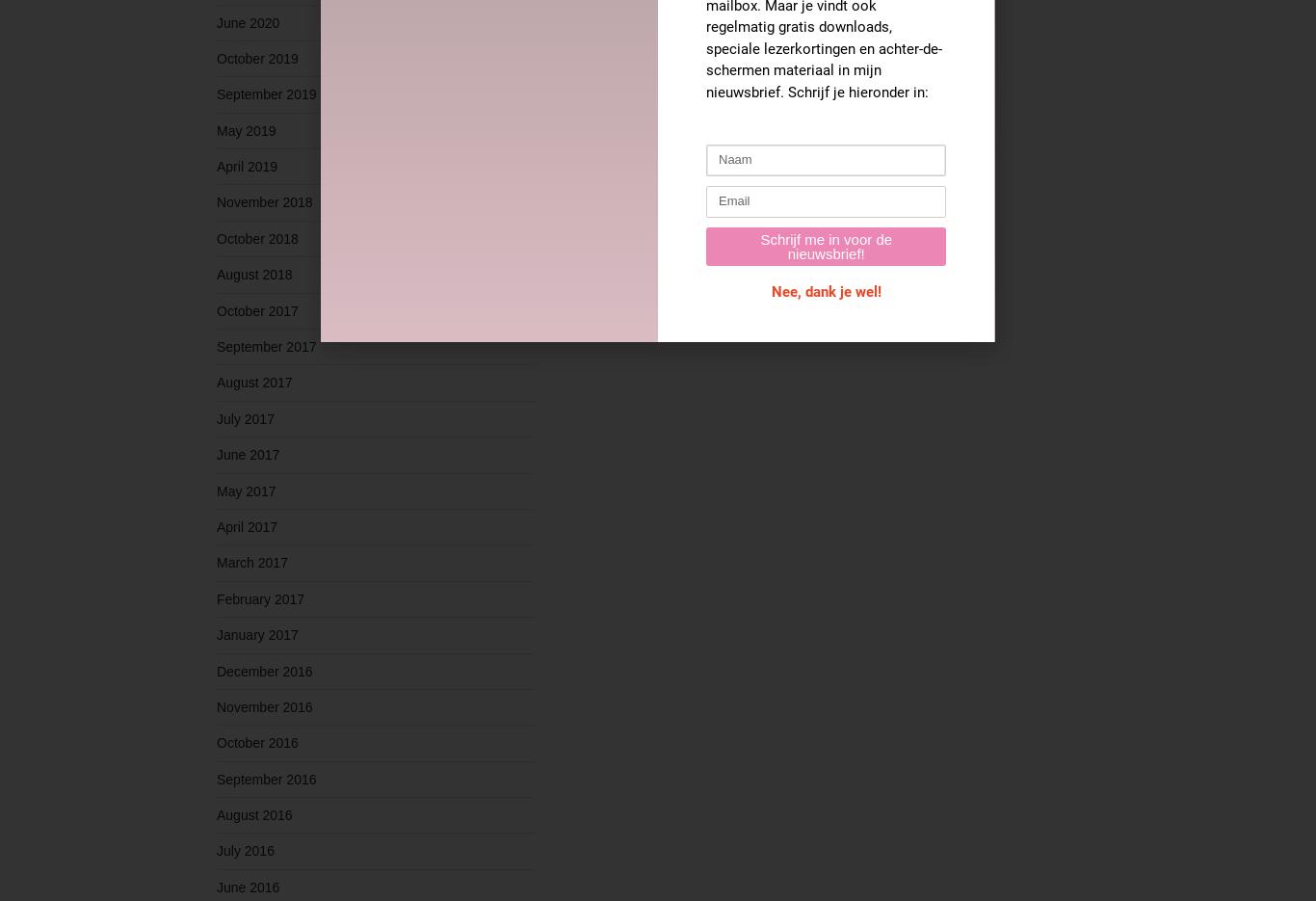 The height and width of the screenshot is (901, 1316). I want to click on 'July 2017', so click(245, 417).